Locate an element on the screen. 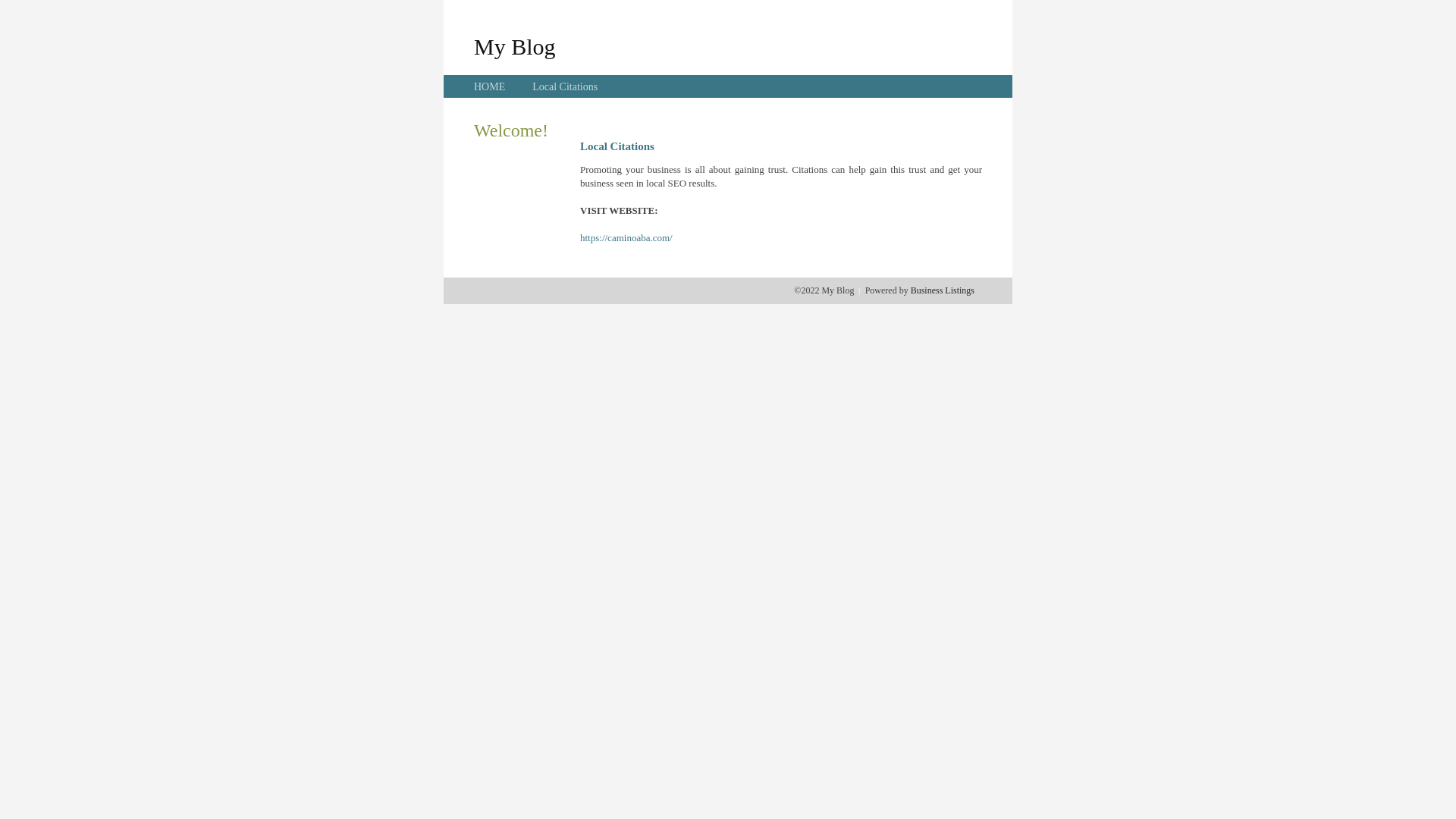 The width and height of the screenshot is (1456, 819). 'Local Citations' is located at coordinates (532, 86).